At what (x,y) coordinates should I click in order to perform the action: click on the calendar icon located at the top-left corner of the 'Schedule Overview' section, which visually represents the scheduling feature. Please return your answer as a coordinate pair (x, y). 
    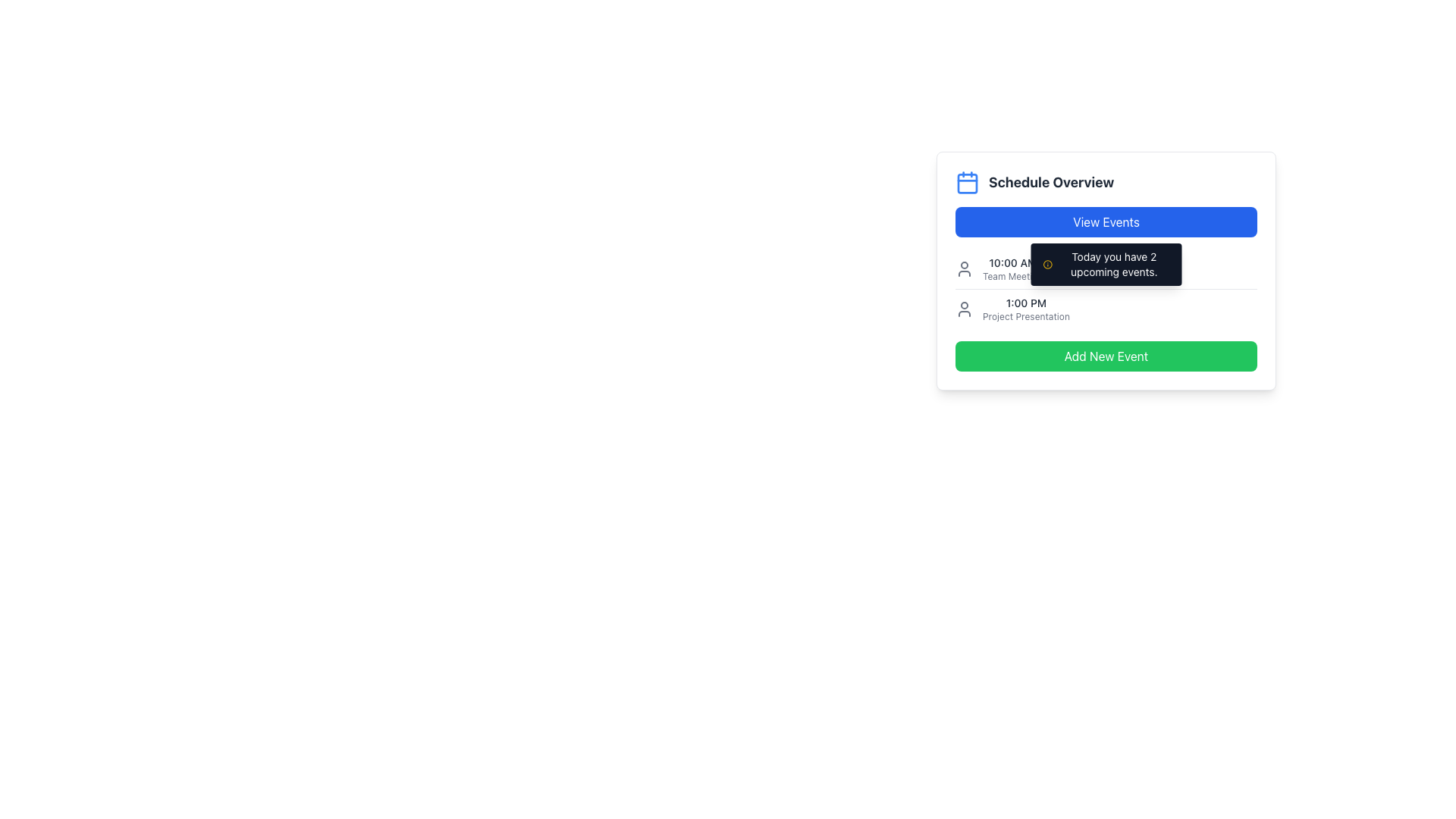
    Looking at the image, I should click on (967, 181).